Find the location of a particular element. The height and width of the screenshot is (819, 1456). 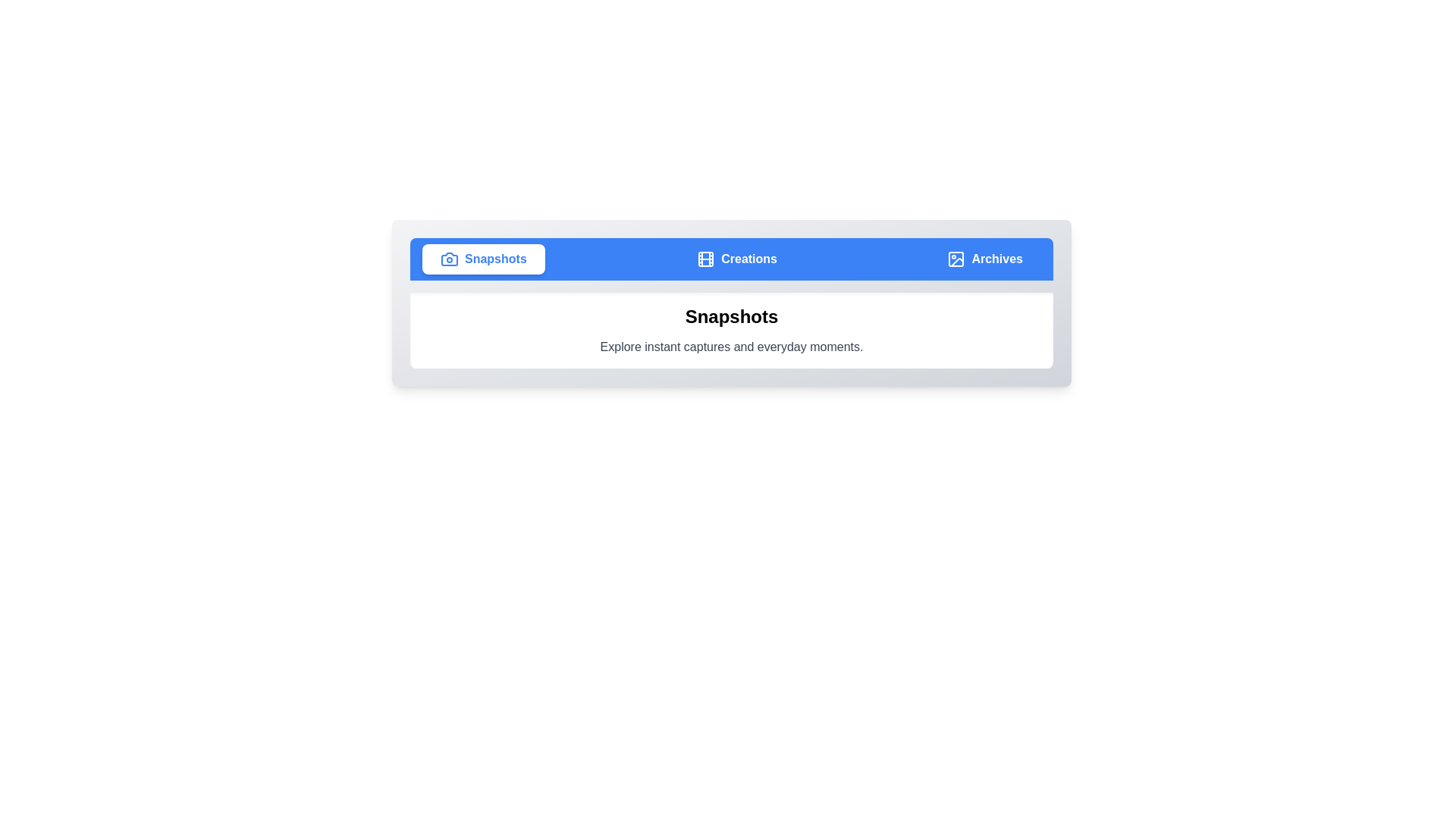

the tab with the label Creations is located at coordinates (737, 259).